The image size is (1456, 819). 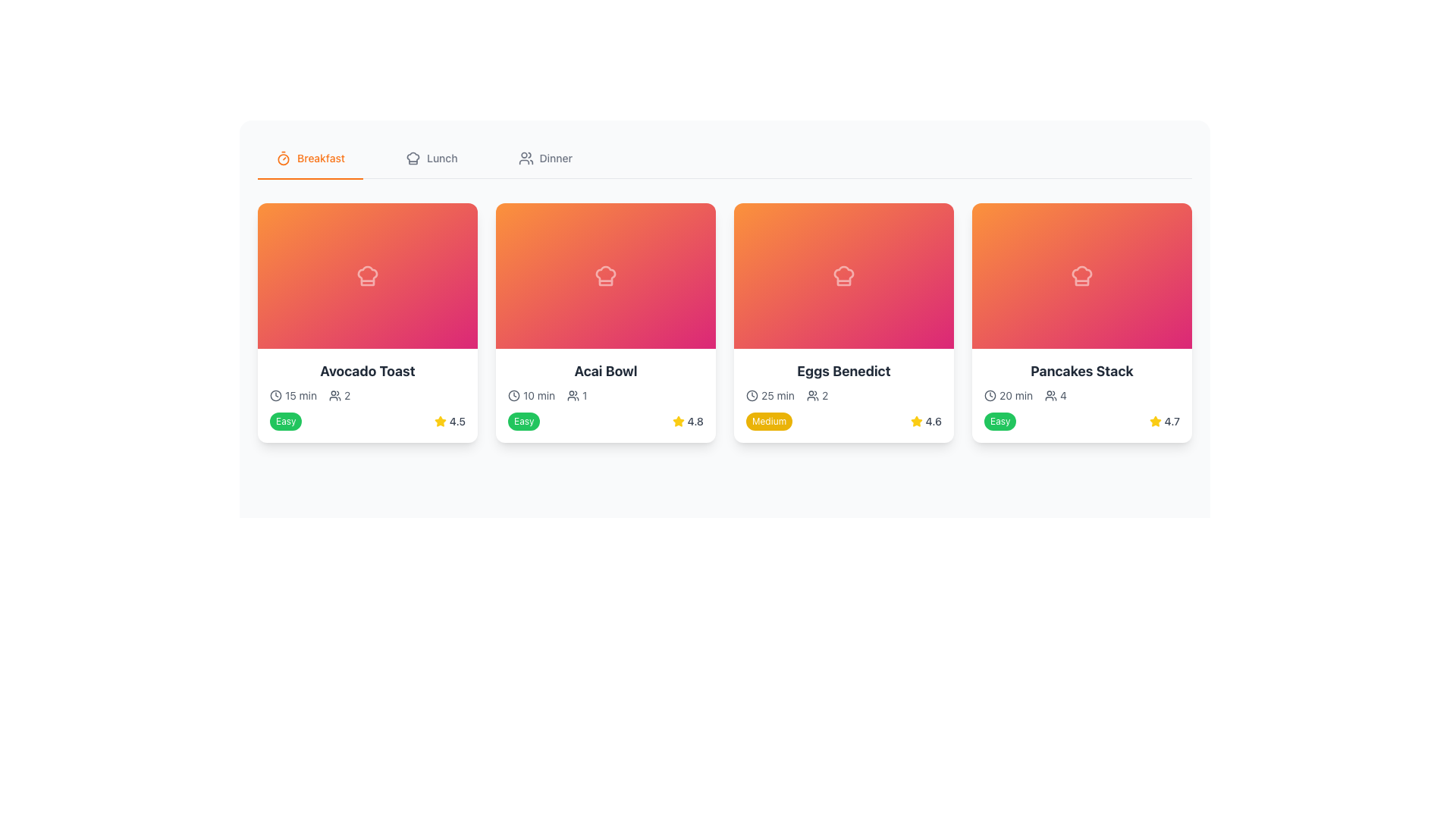 I want to click on the star-shaped icon with a golden yellow fill, located in the second card labeled 'Acai Bowl' next to the number 4.8, indicating a rating, so click(x=677, y=421).